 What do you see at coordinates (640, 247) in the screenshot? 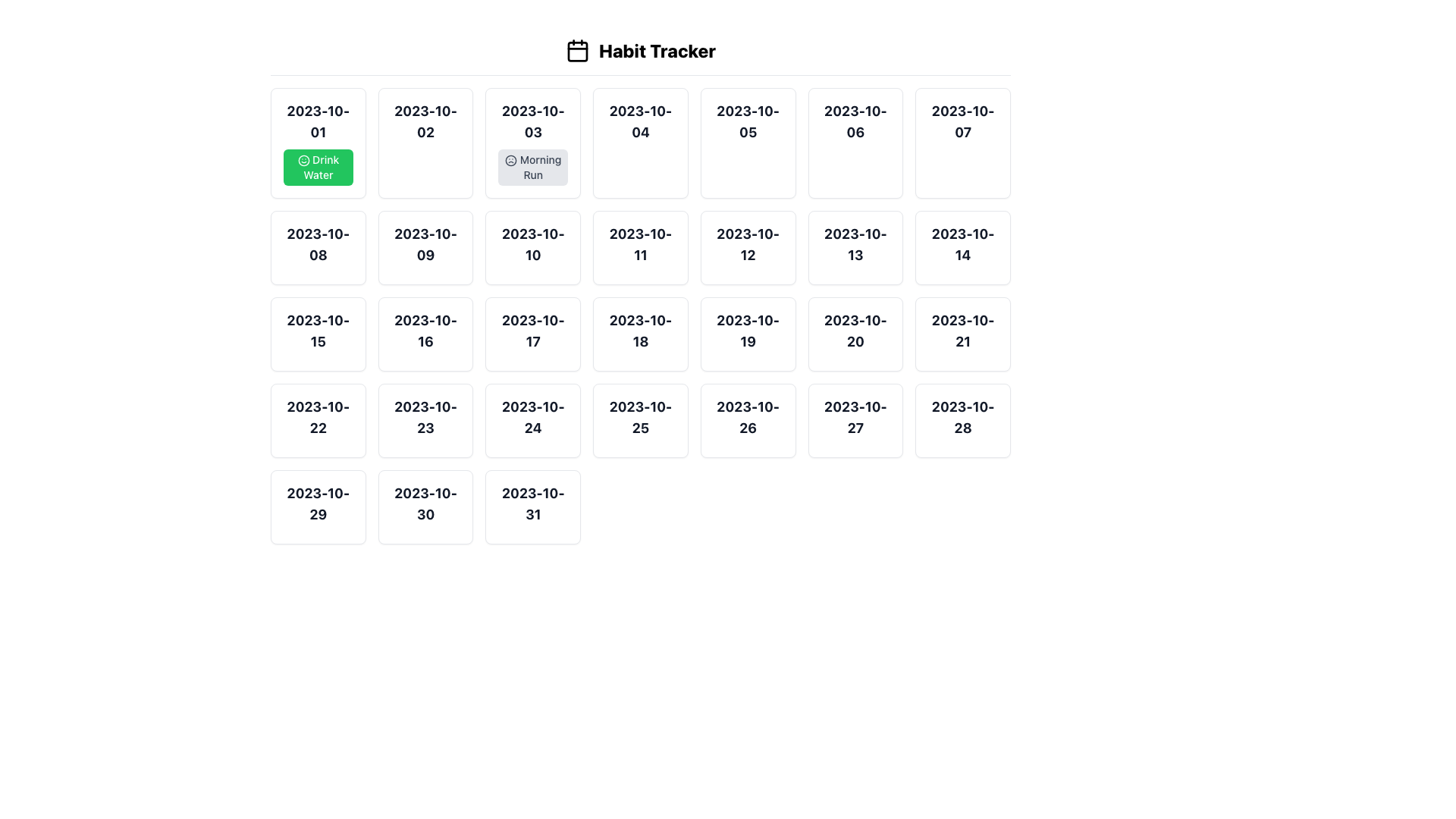
I see `the Clickable date card representing the date 2023-10-11 in the calendar grid of the habit tracking interface` at bounding box center [640, 247].